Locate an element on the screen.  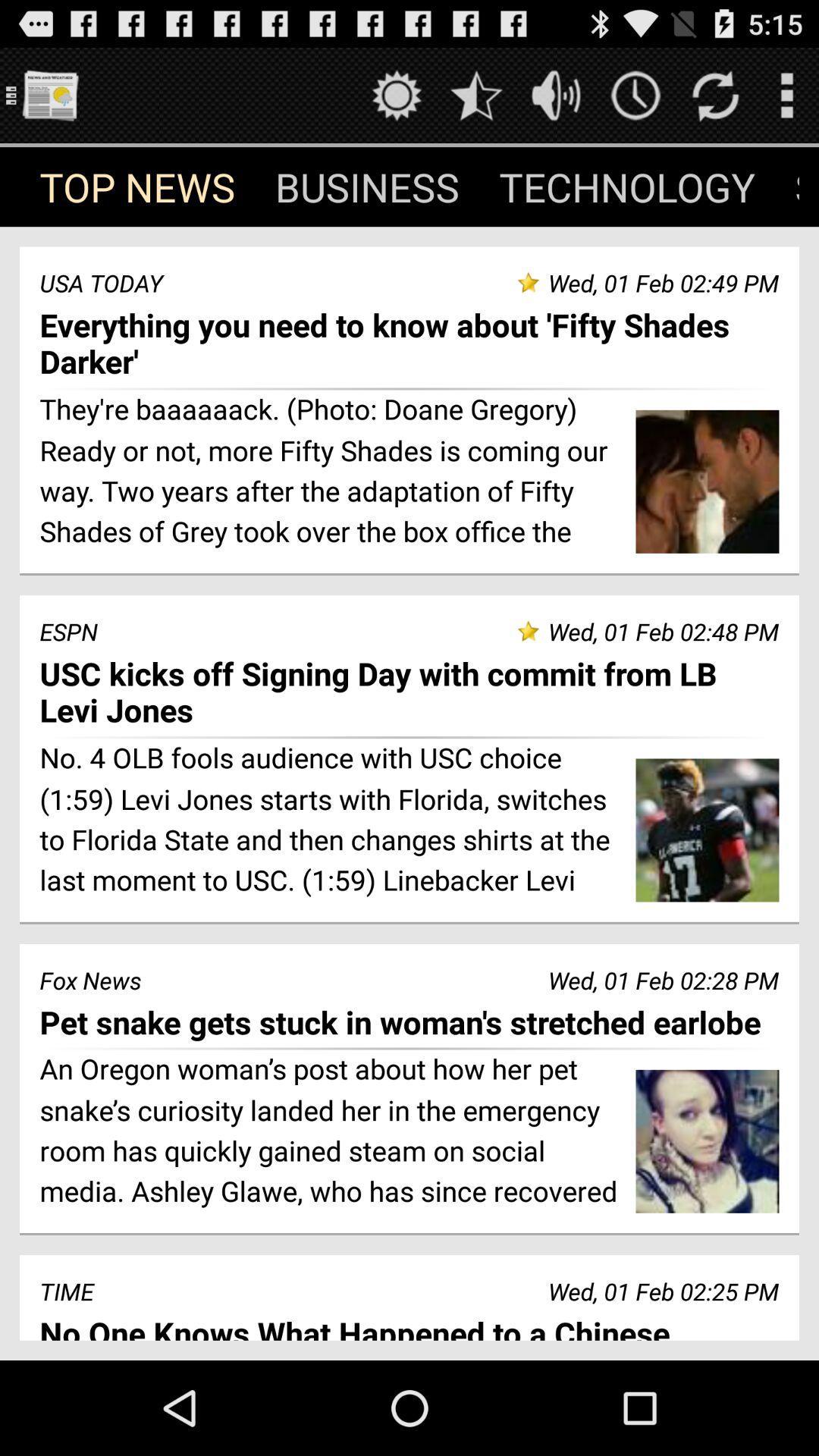
the second image in the page is located at coordinates (708, 830).